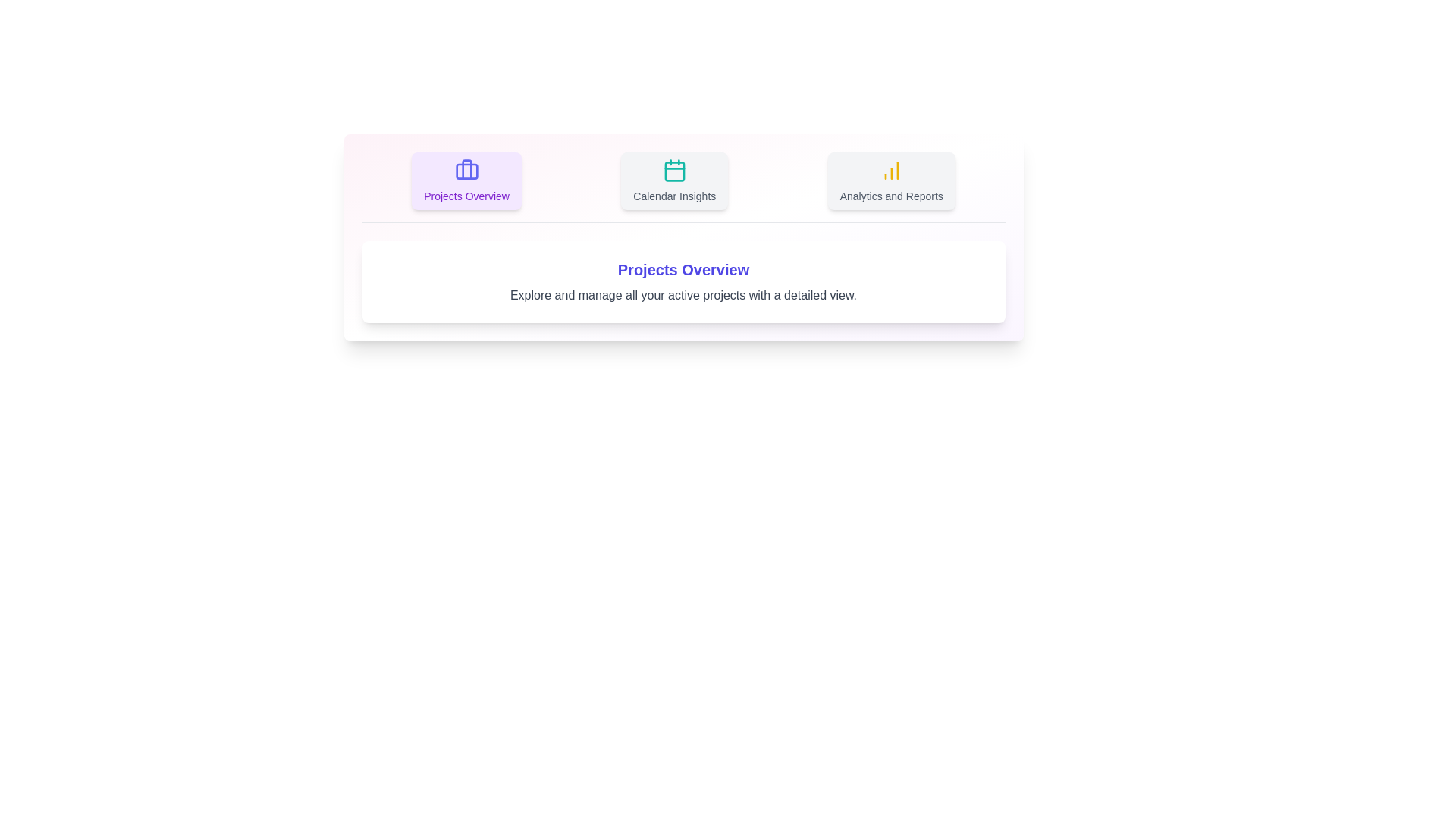 The width and height of the screenshot is (1456, 819). I want to click on the tab labeled 'Calendar Insights' to observe the visual feedback, so click(673, 180).